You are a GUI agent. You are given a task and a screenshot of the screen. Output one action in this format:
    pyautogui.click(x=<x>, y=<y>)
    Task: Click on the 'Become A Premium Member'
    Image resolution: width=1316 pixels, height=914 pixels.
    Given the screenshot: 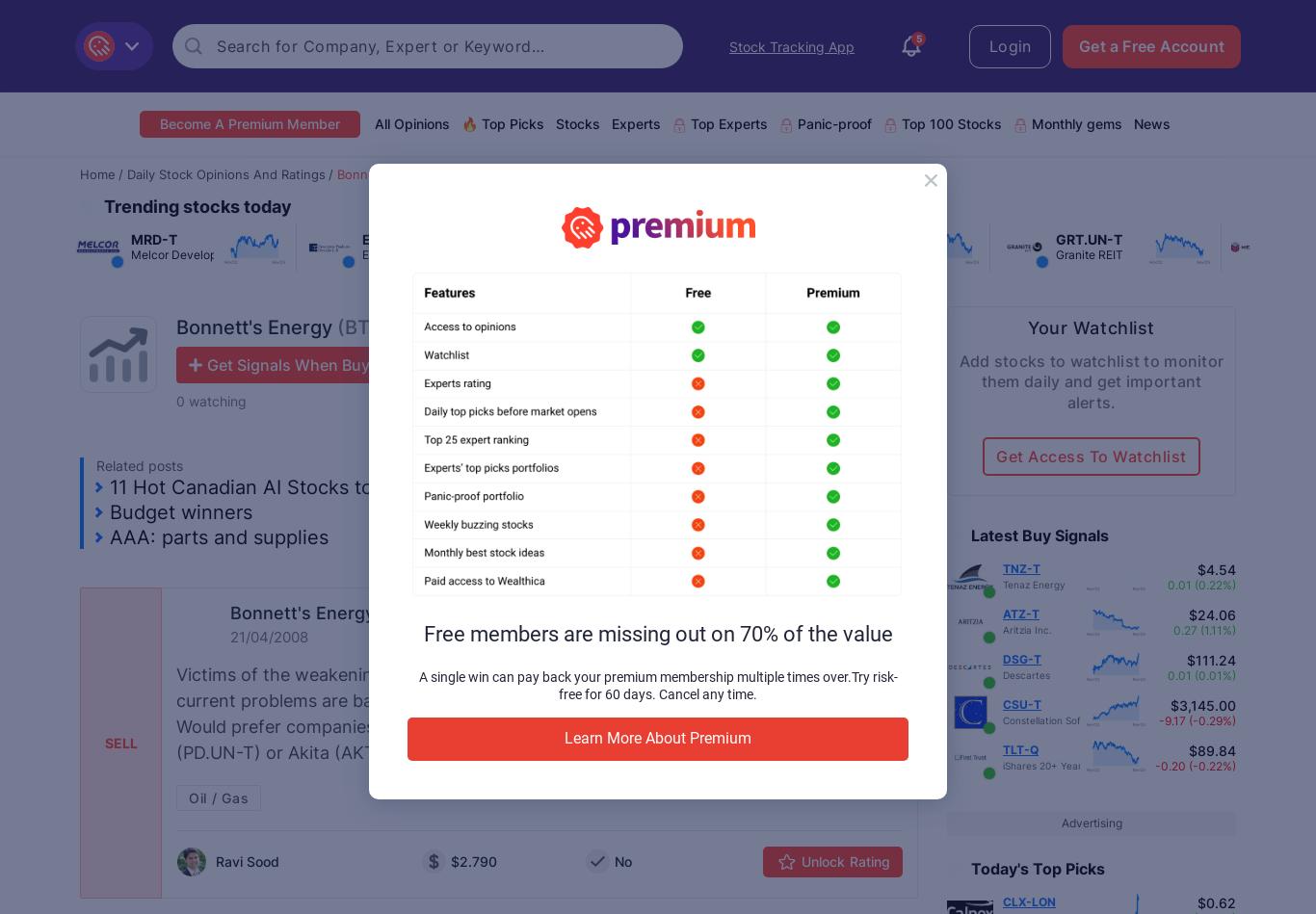 What is the action you would take?
    pyautogui.click(x=249, y=123)
    